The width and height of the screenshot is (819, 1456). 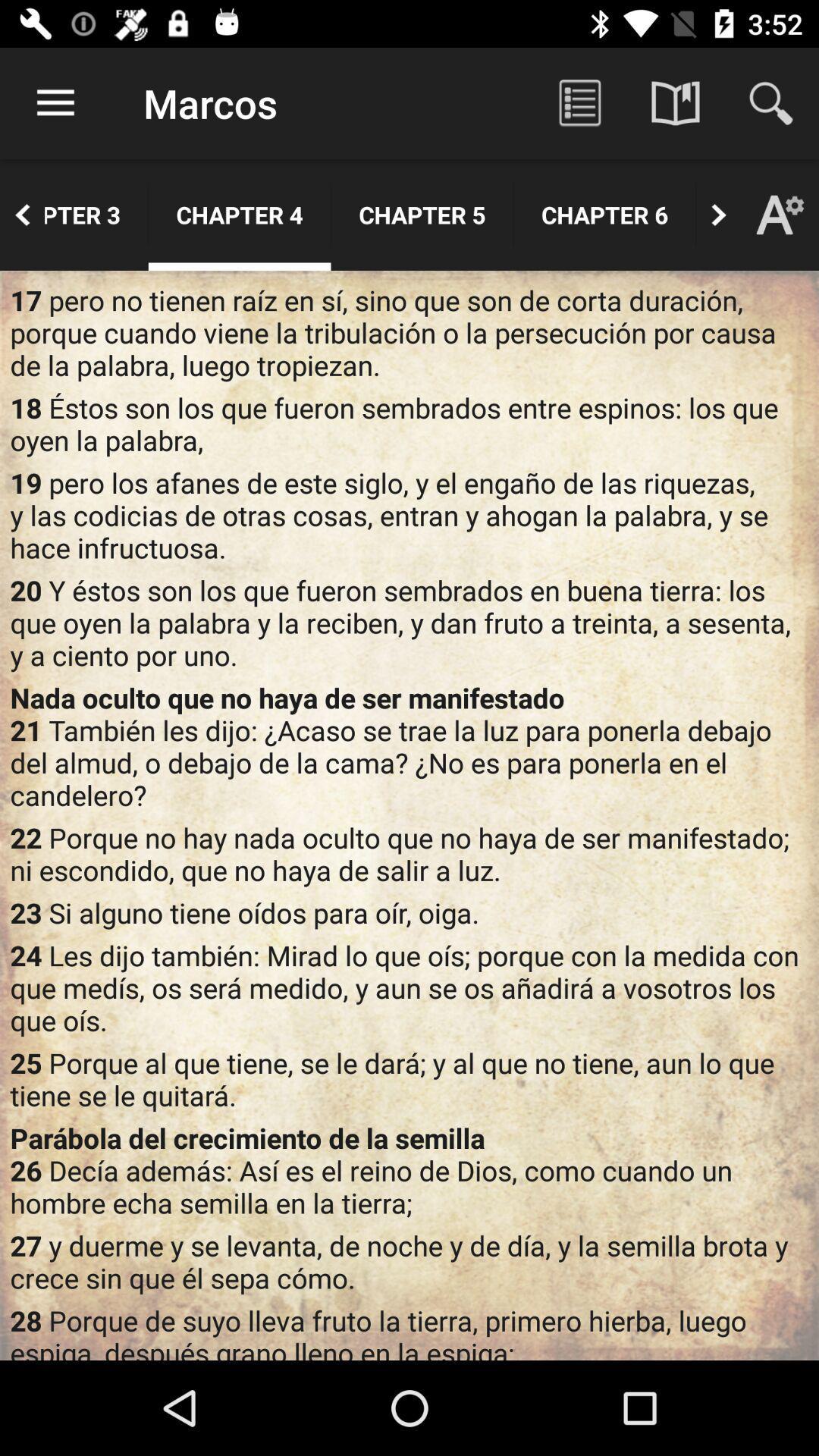 I want to click on app to the right of chapter 4 app, so click(x=422, y=214).